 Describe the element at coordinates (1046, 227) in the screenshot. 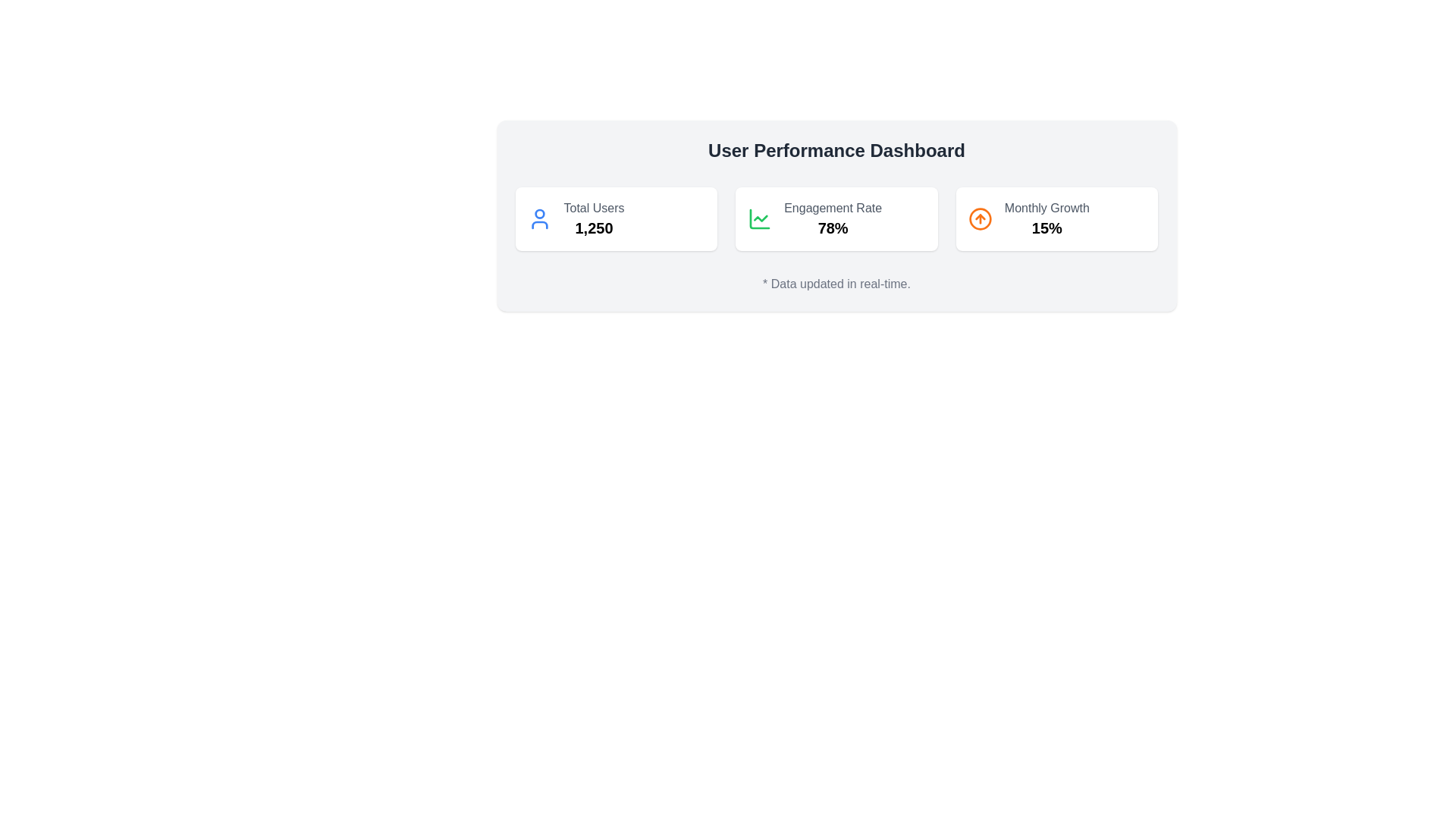

I see `the text element displaying '15%' which is styled with a large and bold font, located beneath the 'Monthly Growth' text in the third column of a three-column grid` at that location.